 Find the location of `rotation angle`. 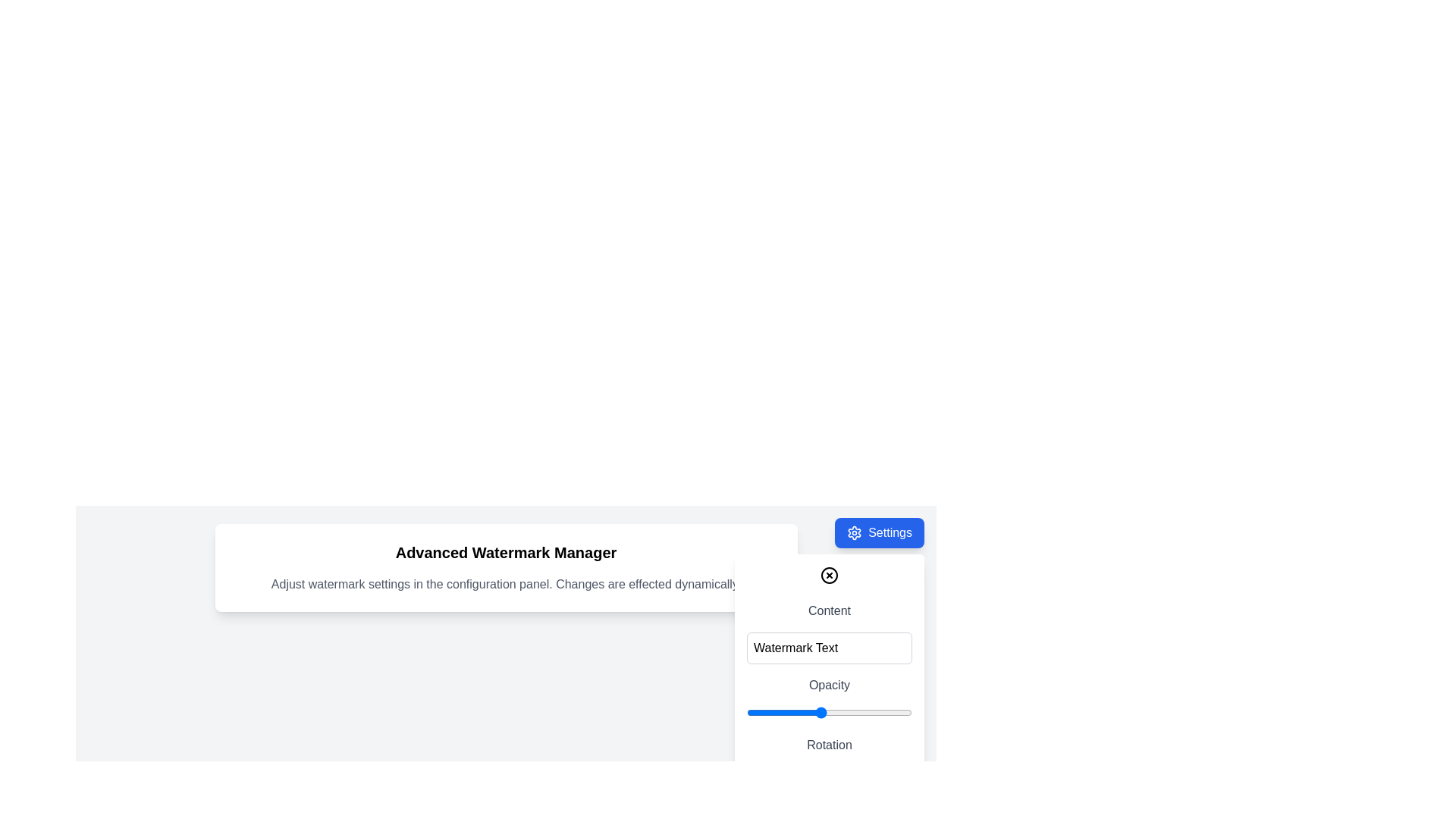

rotation angle is located at coordinates (754, 772).